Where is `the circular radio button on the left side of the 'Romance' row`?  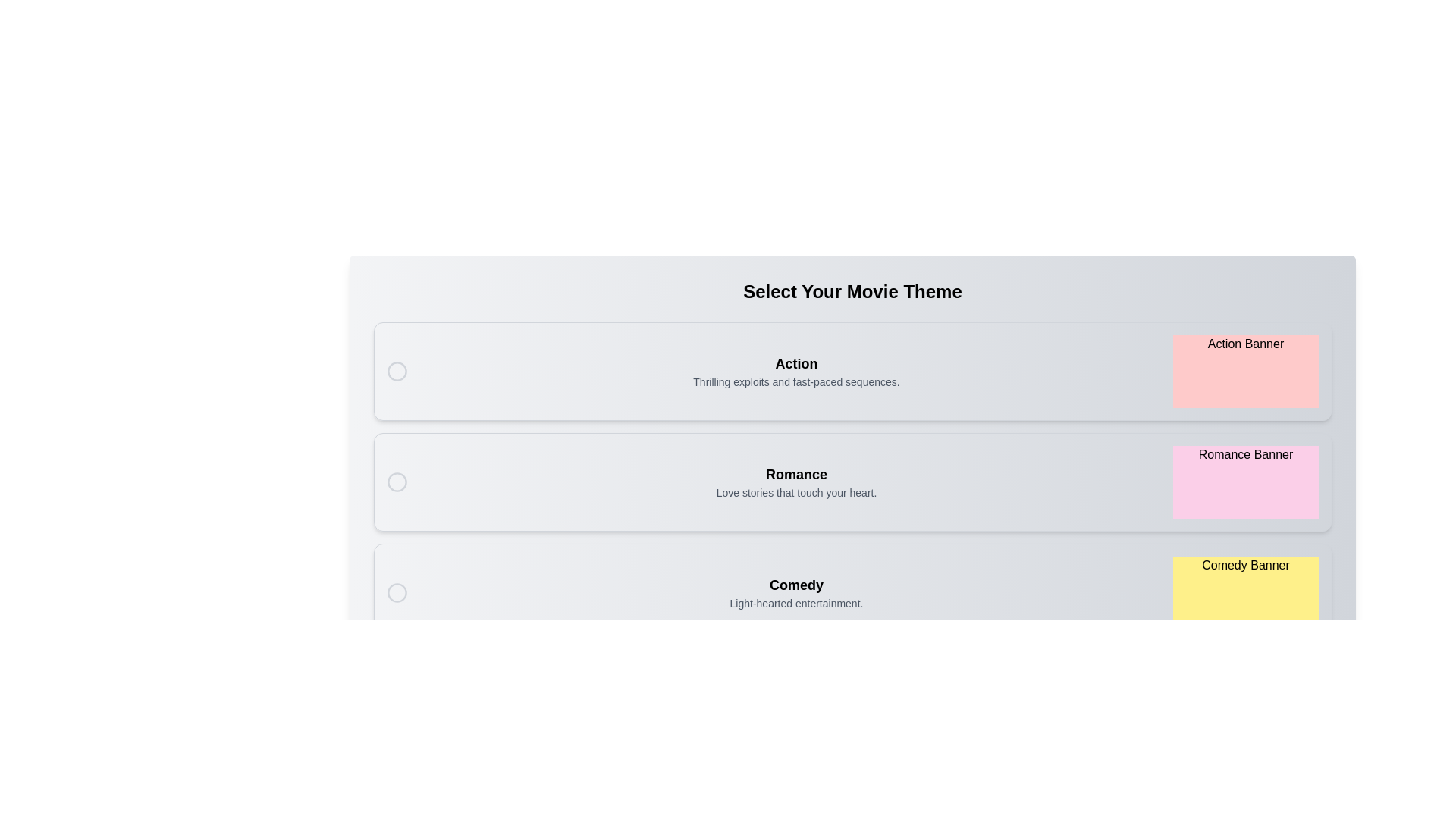
the circular radio button on the left side of the 'Romance' row is located at coordinates (397, 482).